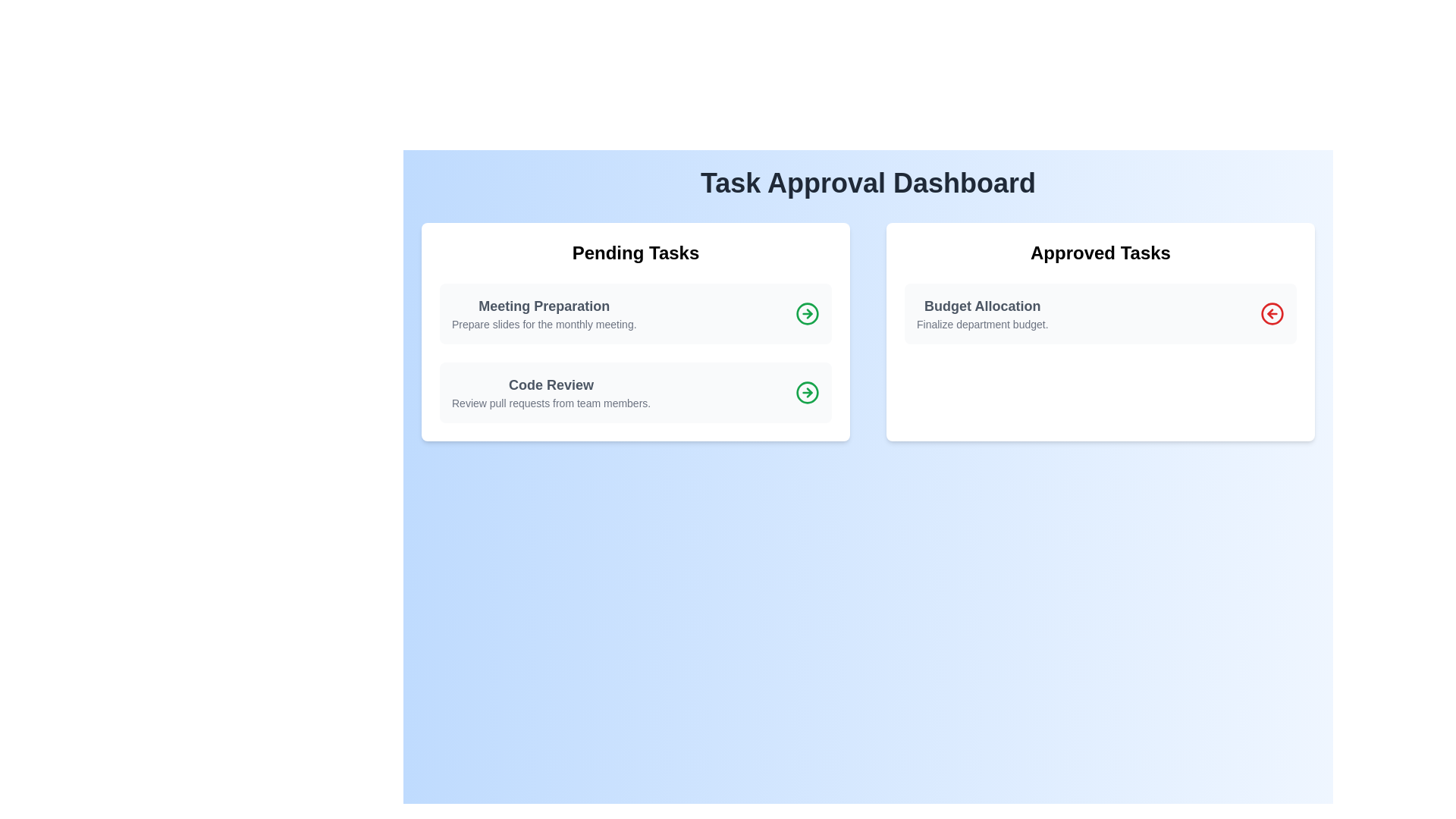 Image resolution: width=1456 pixels, height=819 pixels. Describe the element at coordinates (807, 312) in the screenshot. I see `the graphical icon for the 'Code Review' task located in the 'Pending Tasks' section` at that location.